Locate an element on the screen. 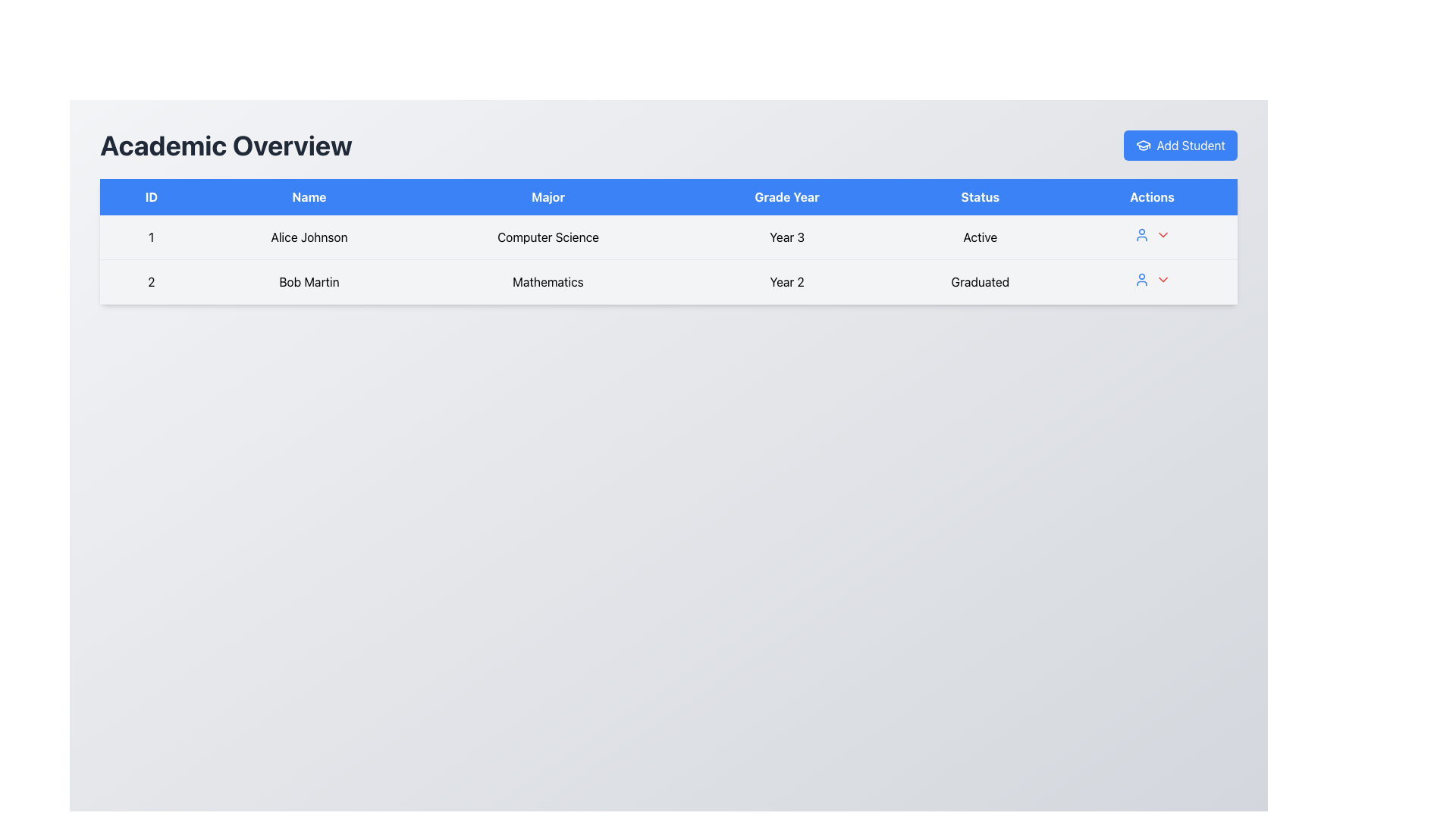 This screenshot has width=1456, height=819. the Table Header Cell labeled 'Actions' located in the blue-colored table header row, which is the last cell in the header row adjacent to the 'Status' column is located at coordinates (1152, 196).